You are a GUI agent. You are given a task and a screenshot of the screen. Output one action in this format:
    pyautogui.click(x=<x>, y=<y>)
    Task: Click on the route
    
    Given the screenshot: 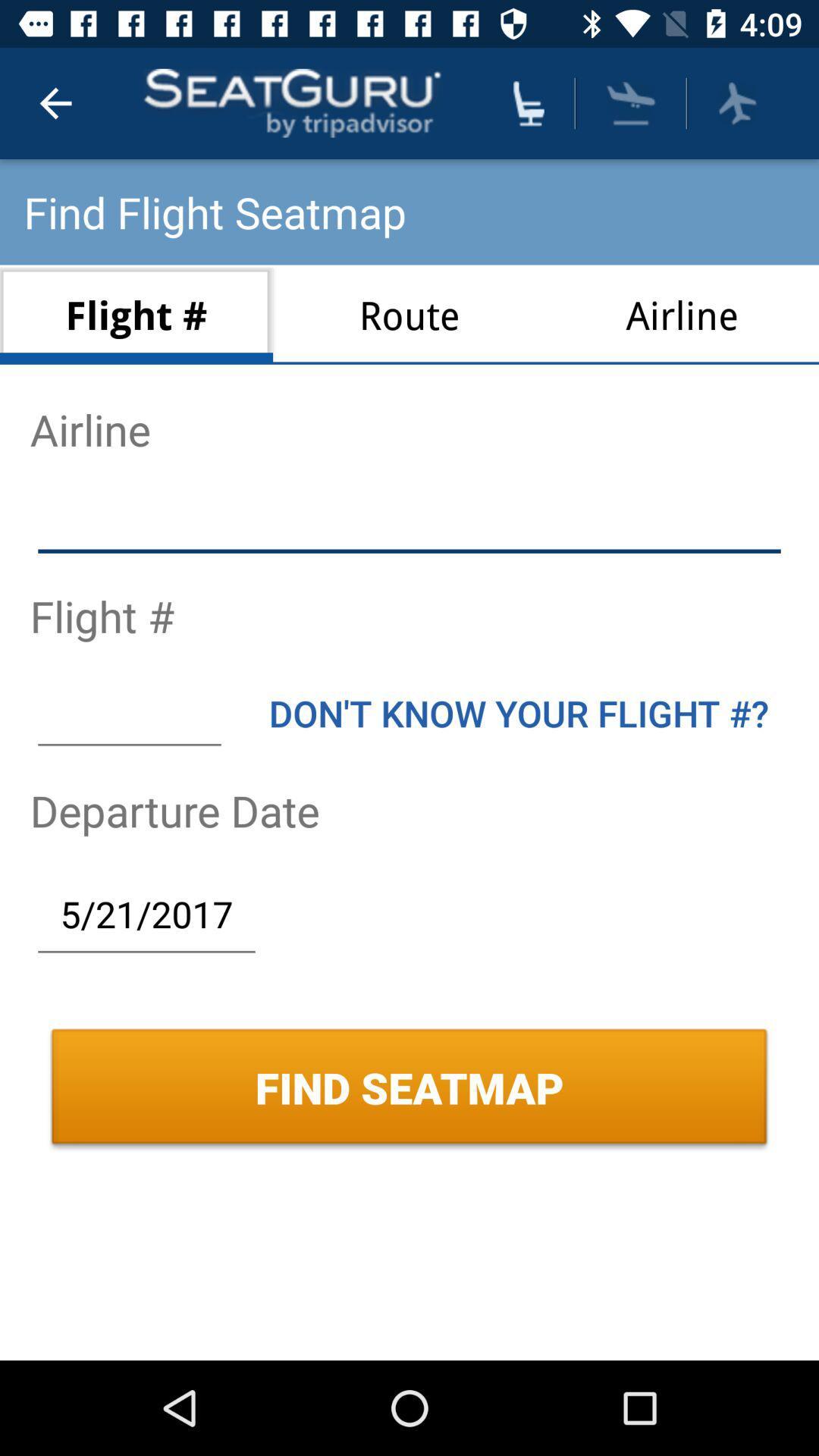 What is the action you would take?
    pyautogui.click(x=409, y=314)
    